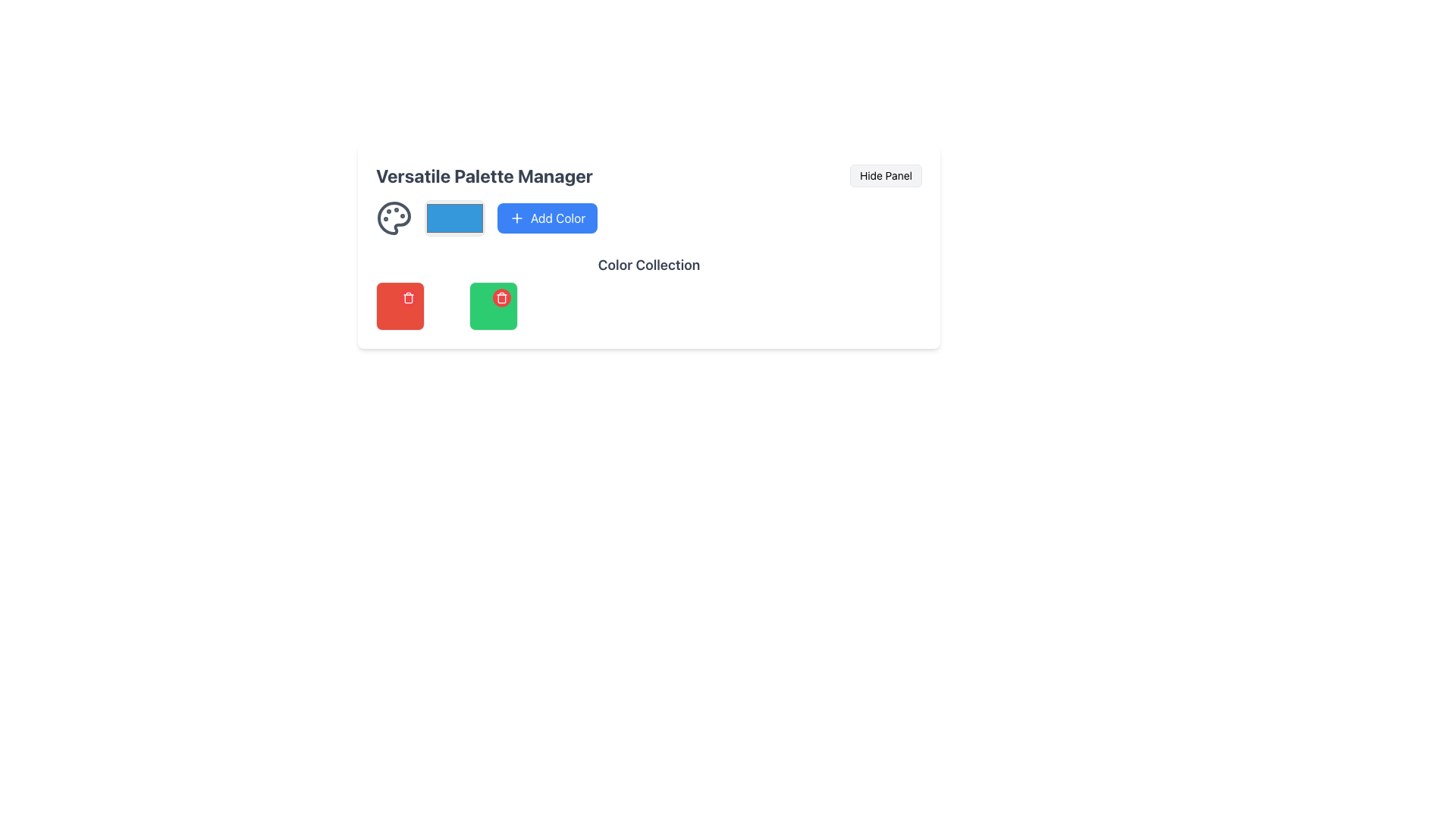 Image resolution: width=1456 pixels, height=819 pixels. Describe the element at coordinates (400, 306) in the screenshot. I see `the delete button located at the top-left position of the grid layout to potentially see a tooltip or effect` at that location.